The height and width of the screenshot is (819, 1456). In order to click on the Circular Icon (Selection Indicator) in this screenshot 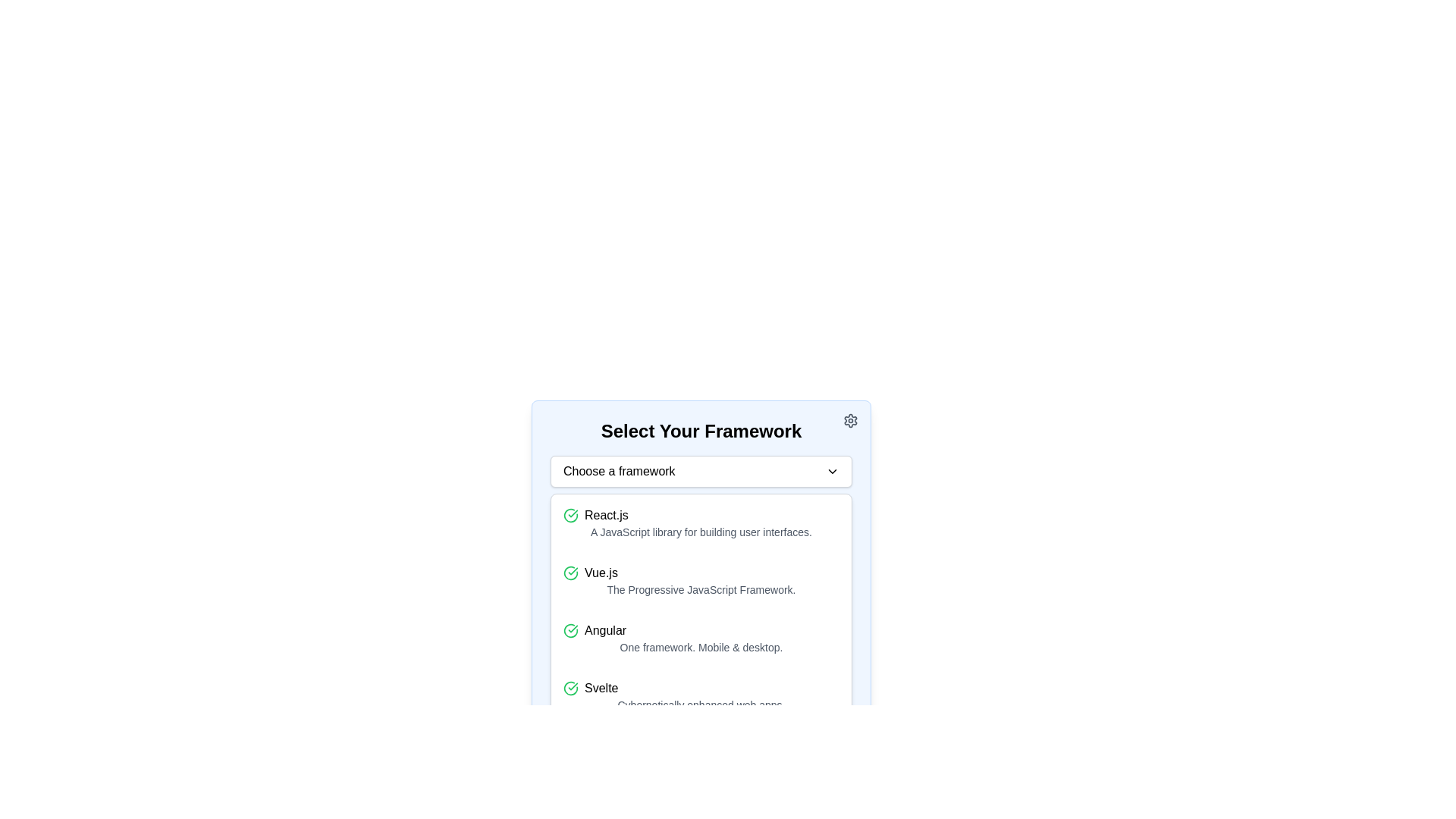, I will do `click(570, 573)`.